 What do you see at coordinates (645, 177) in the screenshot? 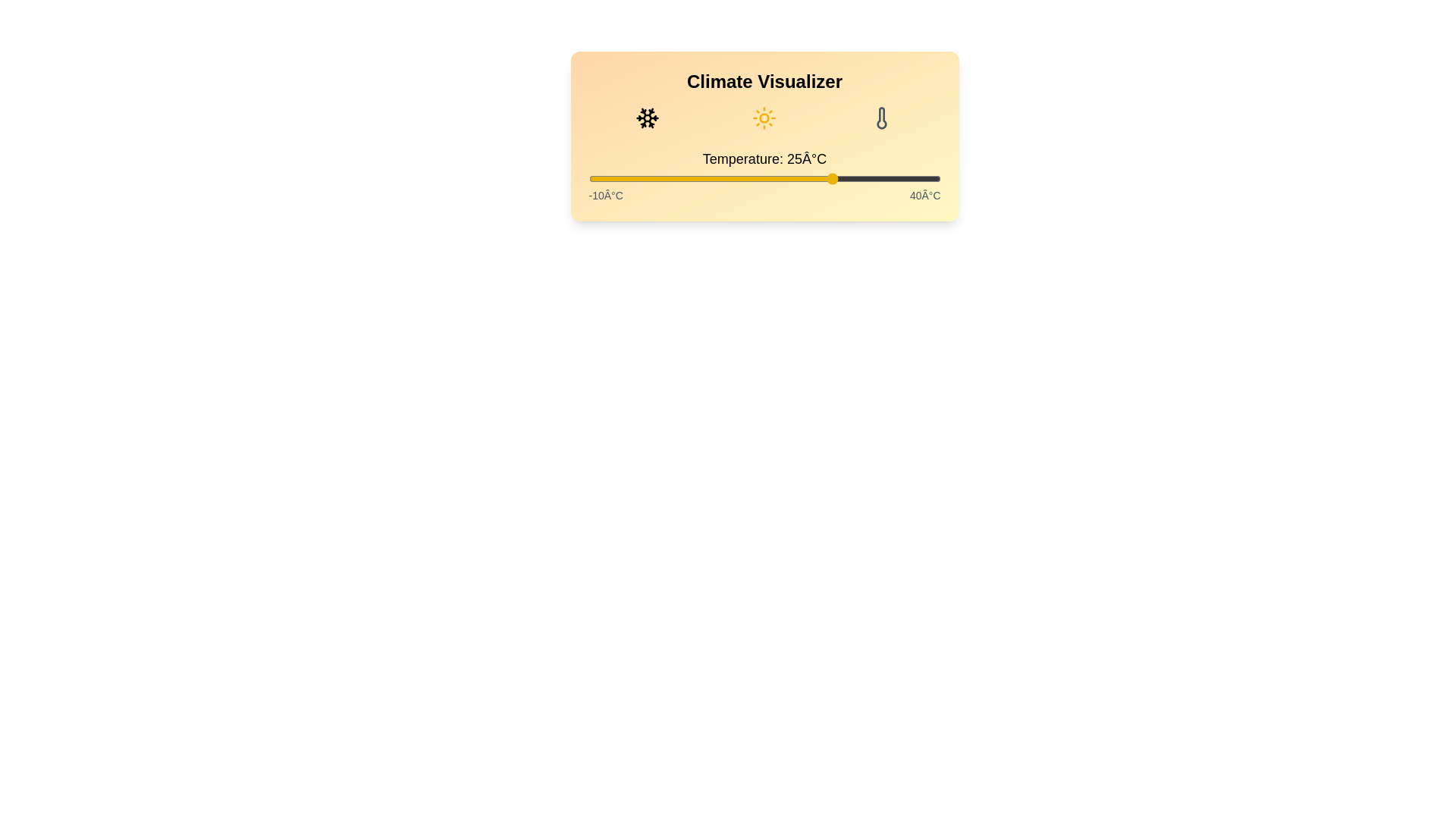
I see `the temperature slider to -2°C` at bounding box center [645, 177].